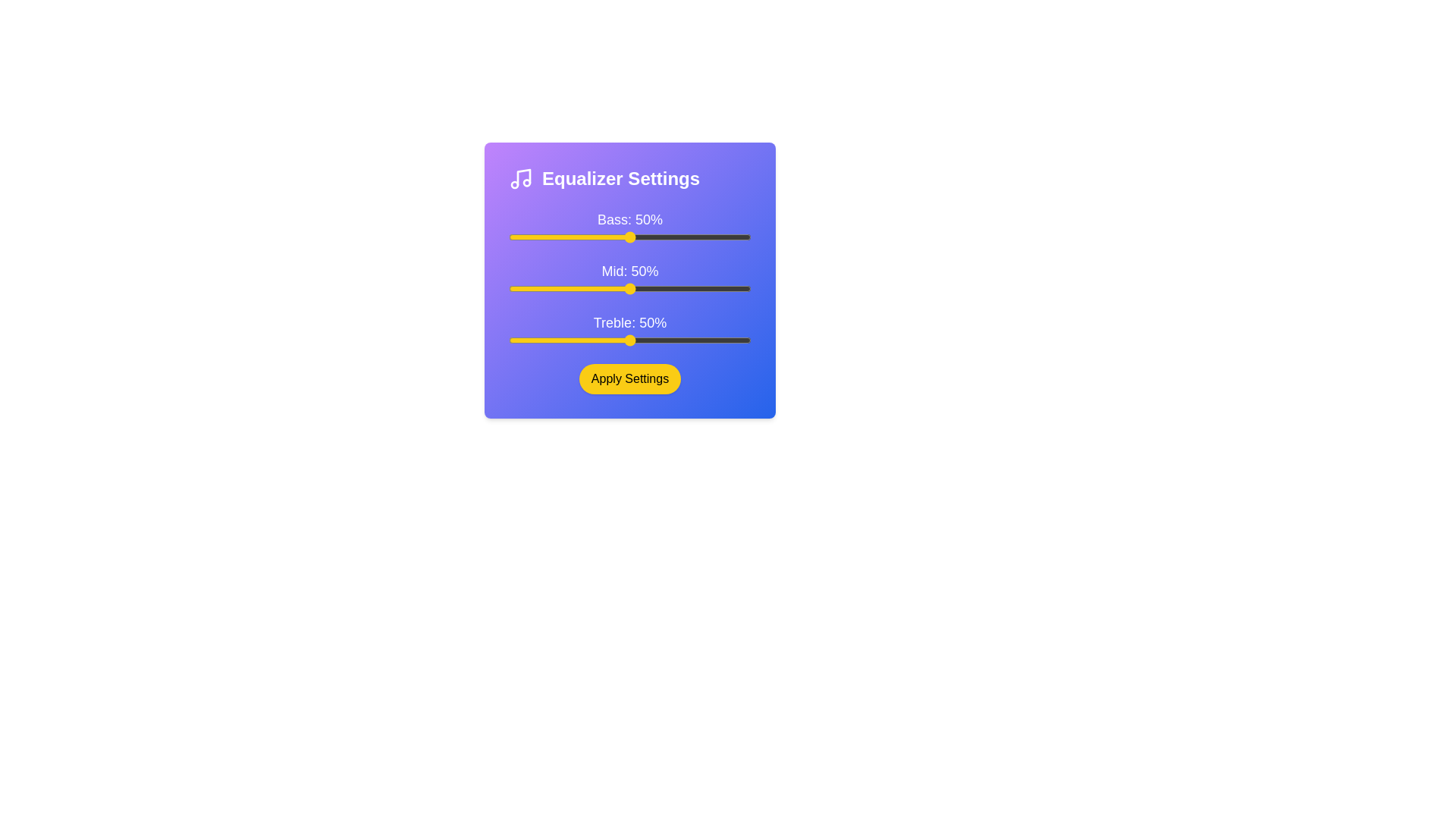 Image resolution: width=1456 pixels, height=819 pixels. I want to click on the 1 slider to 44%, so click(736, 289).